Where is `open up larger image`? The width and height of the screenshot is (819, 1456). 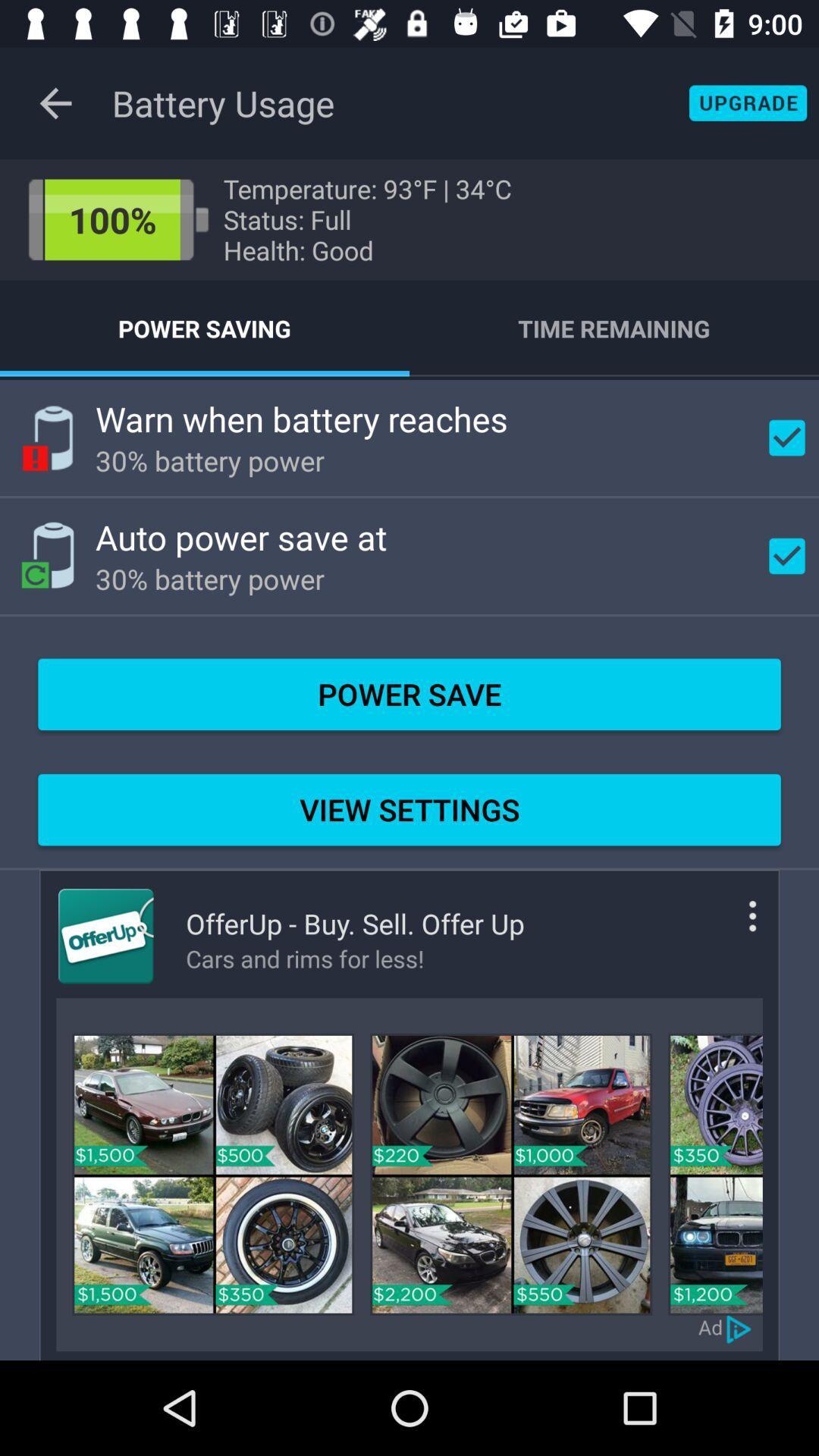 open up larger image is located at coordinates (715, 1173).